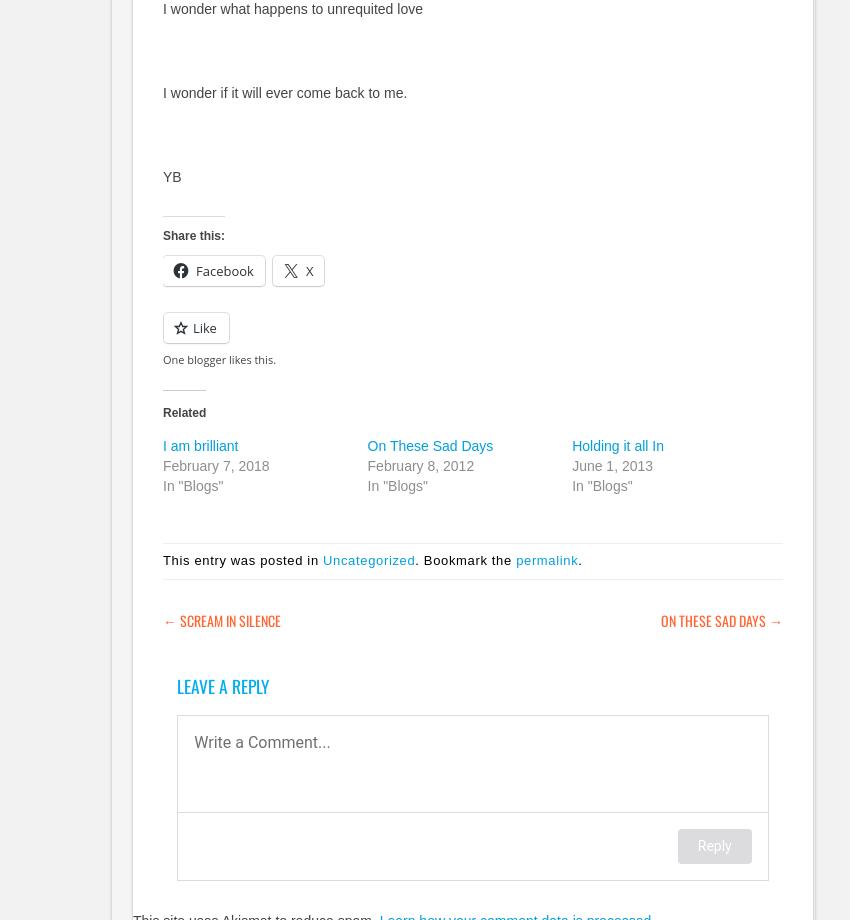  Describe the element at coordinates (224, 270) in the screenshot. I see `'Facebook'` at that location.